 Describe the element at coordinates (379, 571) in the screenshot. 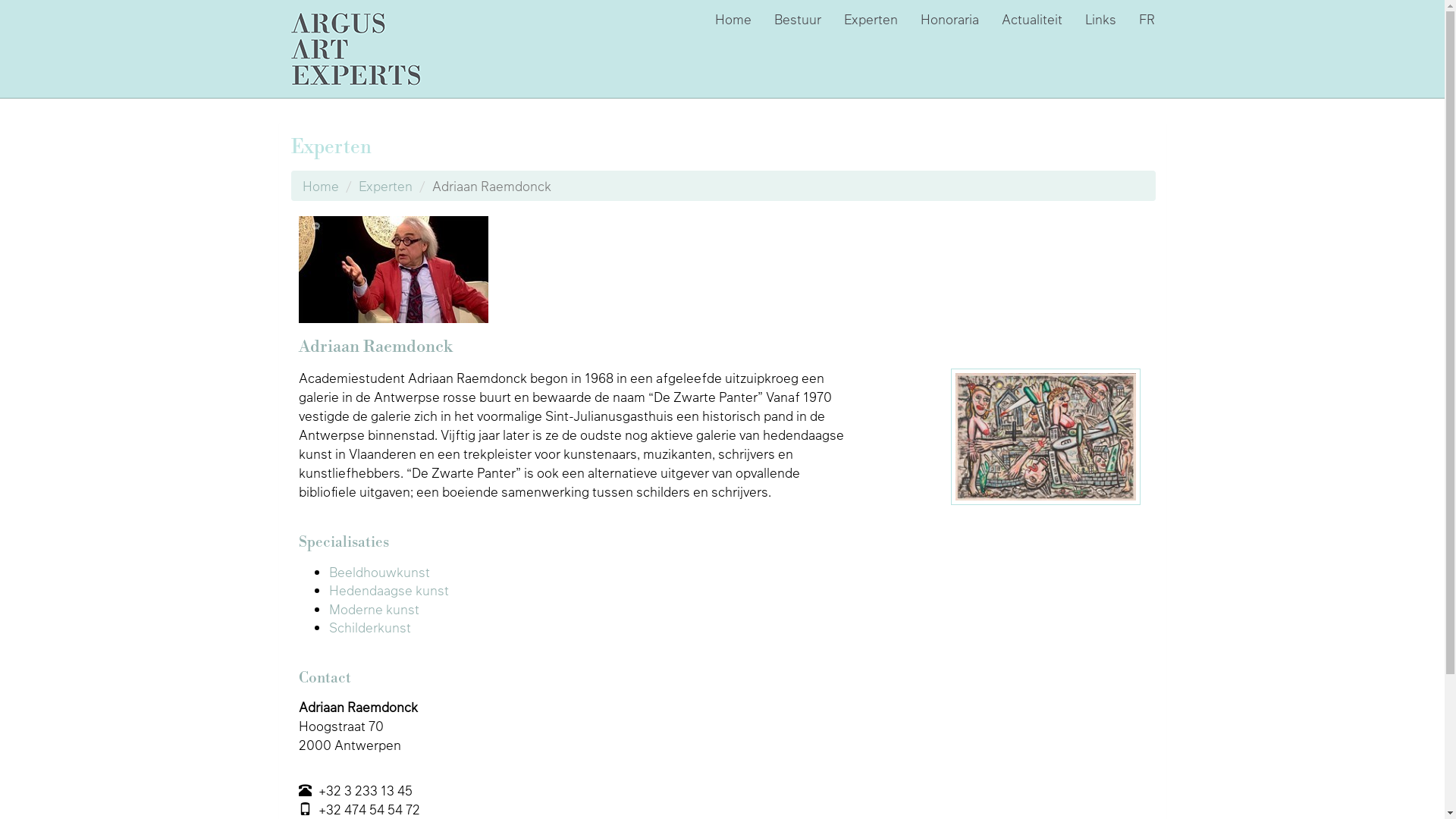

I see `'Beeldhouwkunst'` at that location.